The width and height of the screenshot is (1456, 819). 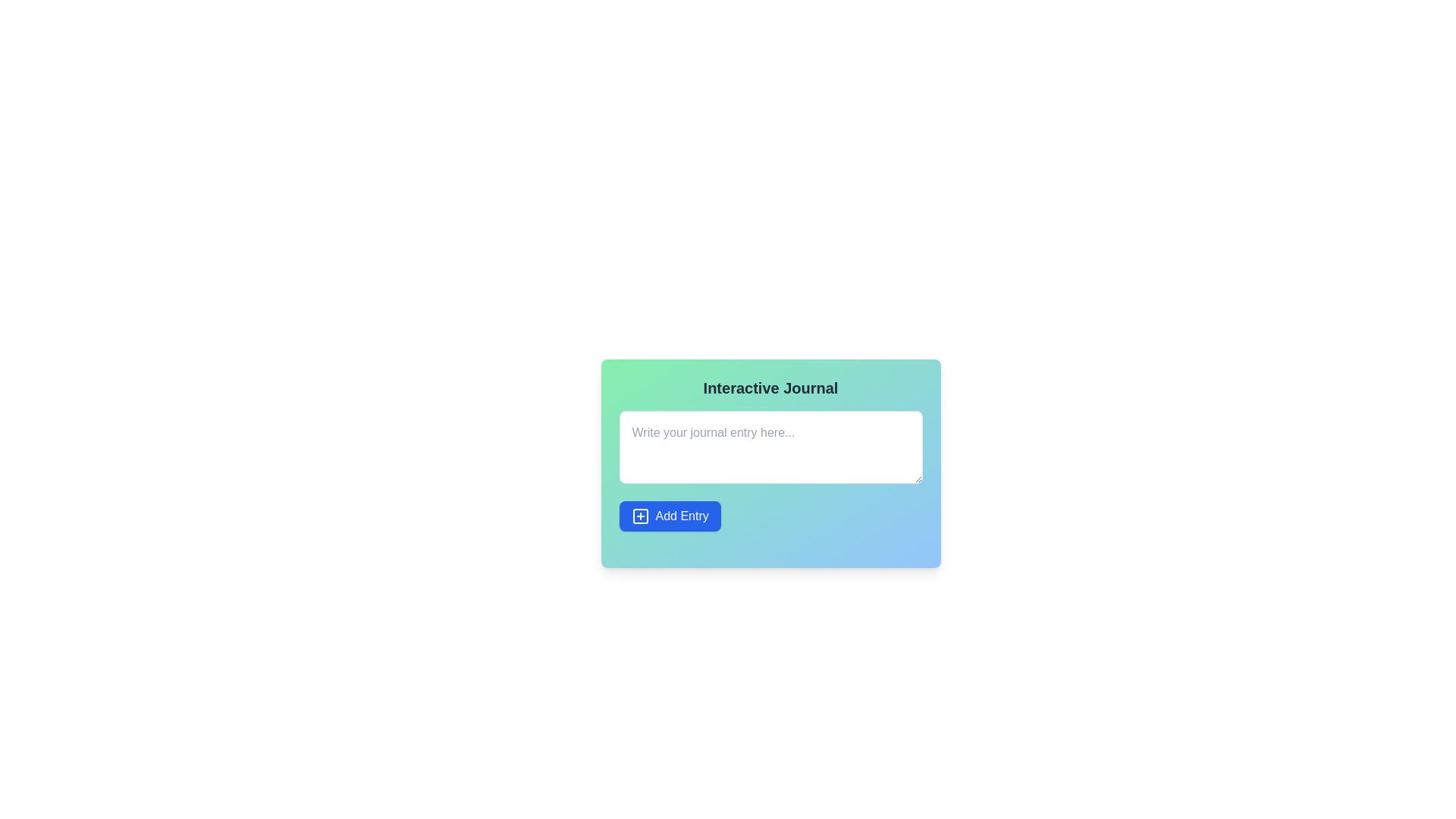 I want to click on the 'Add Entry' button which contains a square icon with a plus sign inside, so click(x=640, y=516).